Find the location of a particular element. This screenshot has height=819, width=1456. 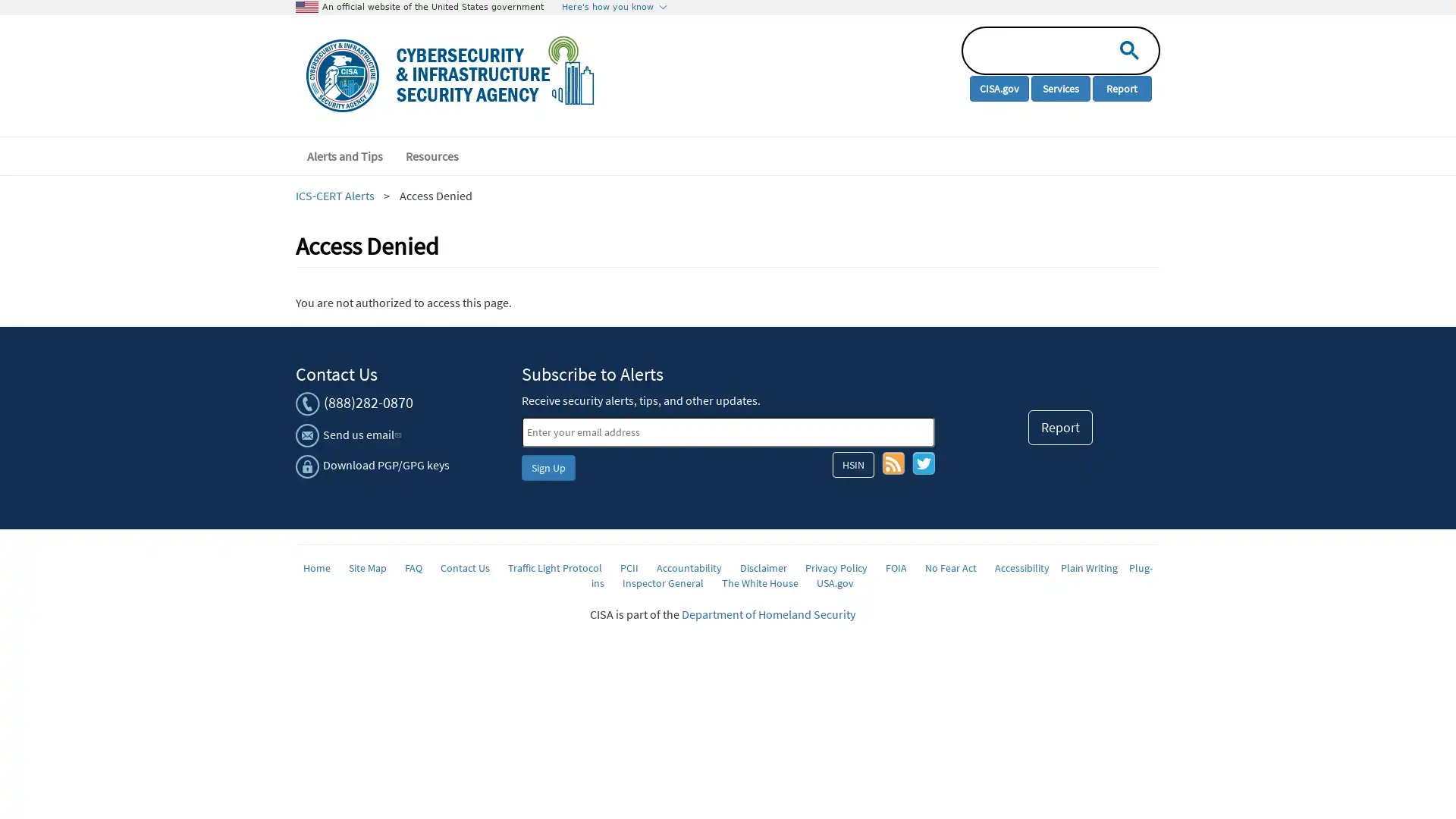

HSIN is located at coordinates (852, 463).